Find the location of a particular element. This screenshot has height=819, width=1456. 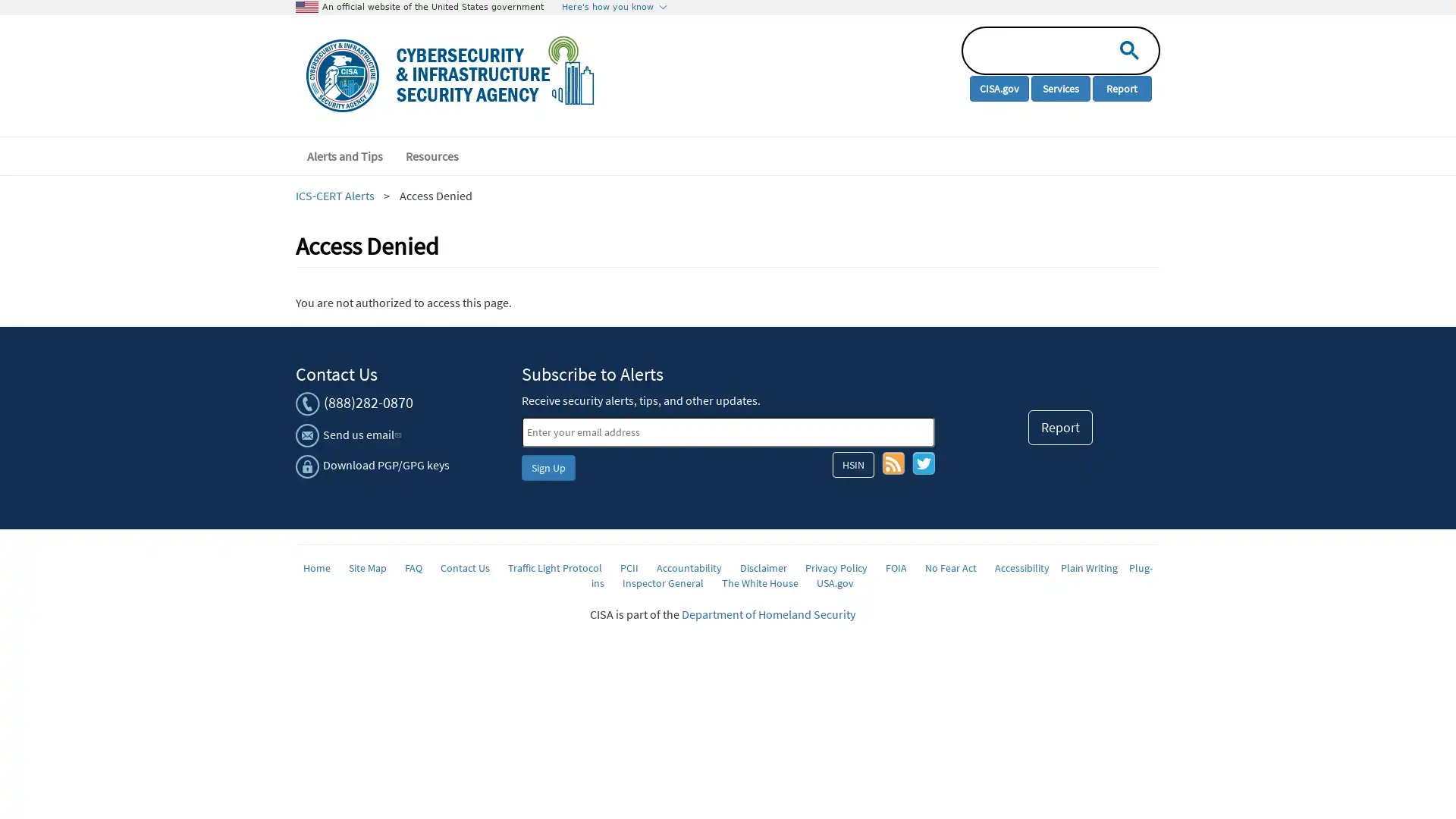

HSIN is located at coordinates (852, 463).